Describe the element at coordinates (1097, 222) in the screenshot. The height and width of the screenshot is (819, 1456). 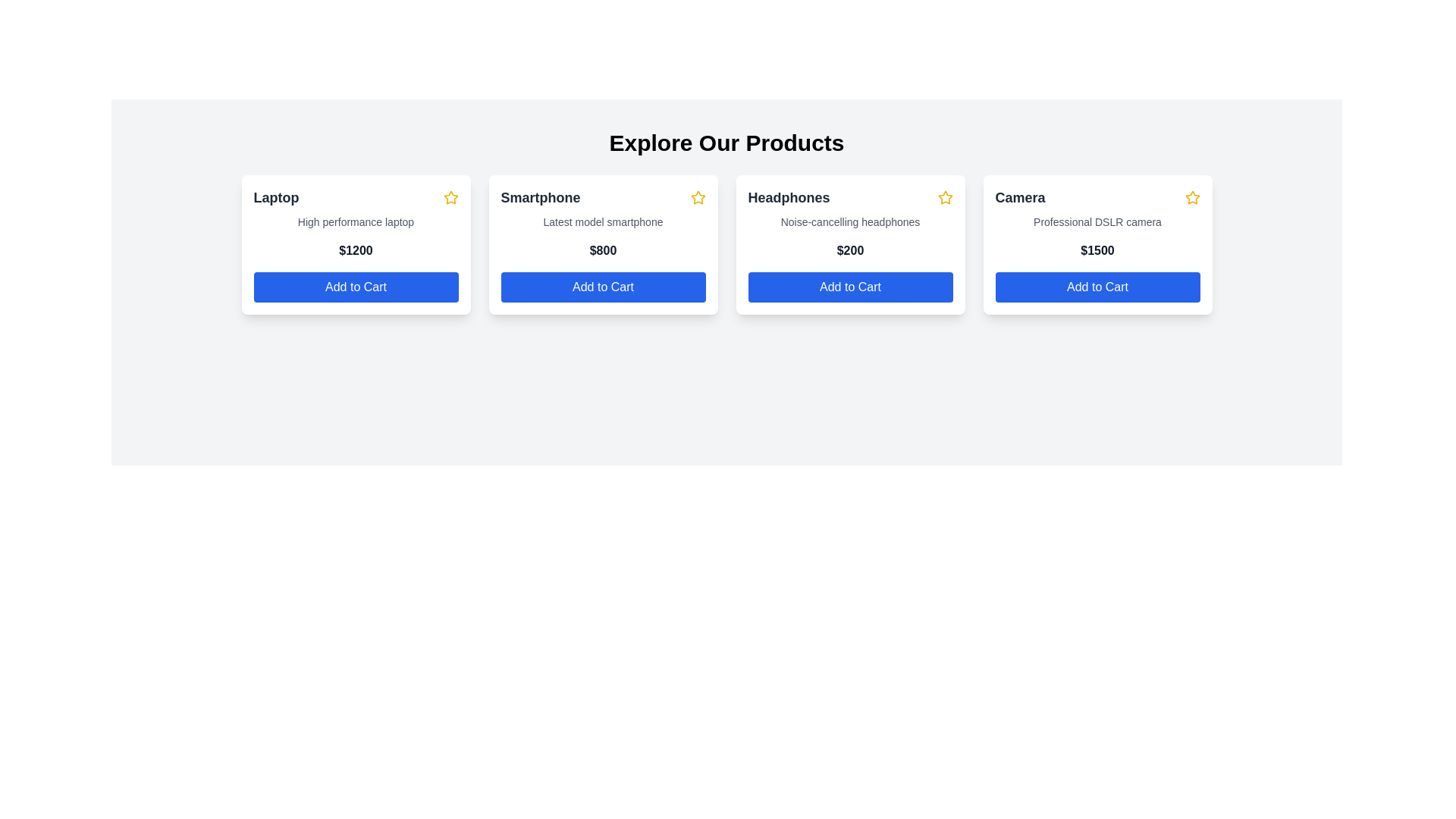
I see `the text label displaying 'Professional DSLR camera', which is located within the 'Camera' product card and is styled with a small gray font, positioned below the product name heading` at that location.